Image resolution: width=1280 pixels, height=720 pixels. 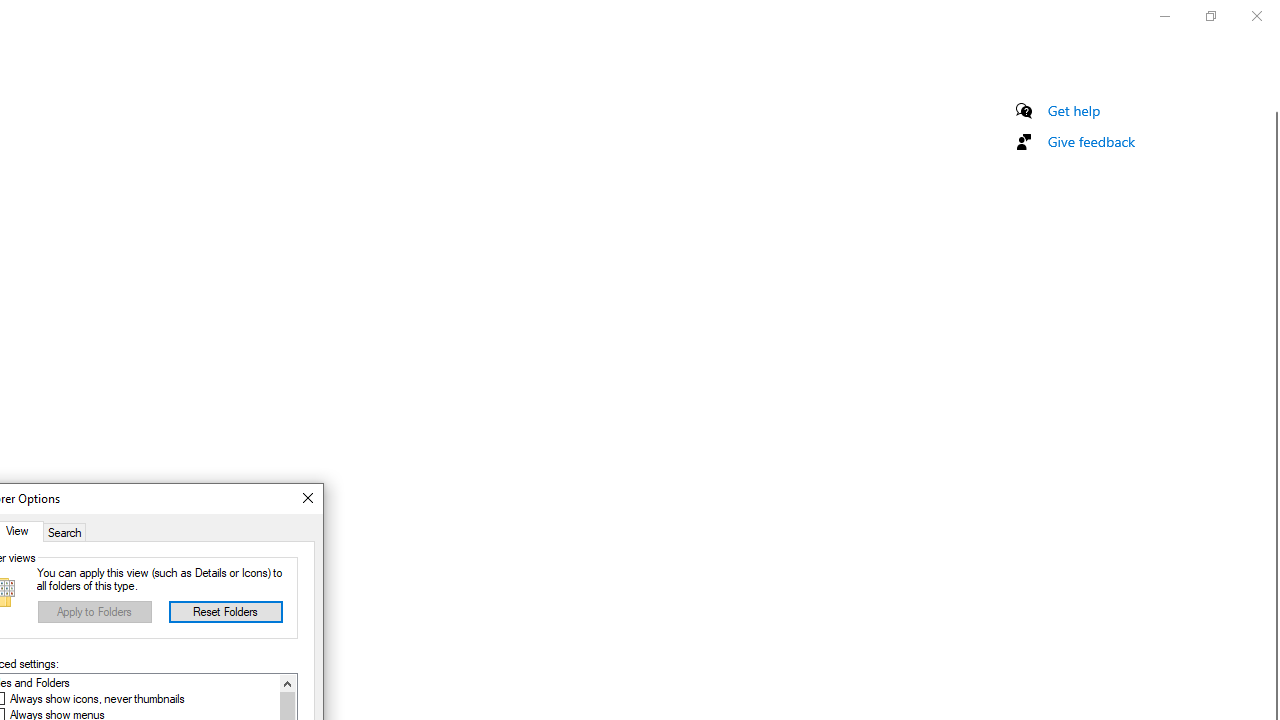 What do you see at coordinates (286, 682) in the screenshot?
I see `'Line up'` at bounding box center [286, 682].